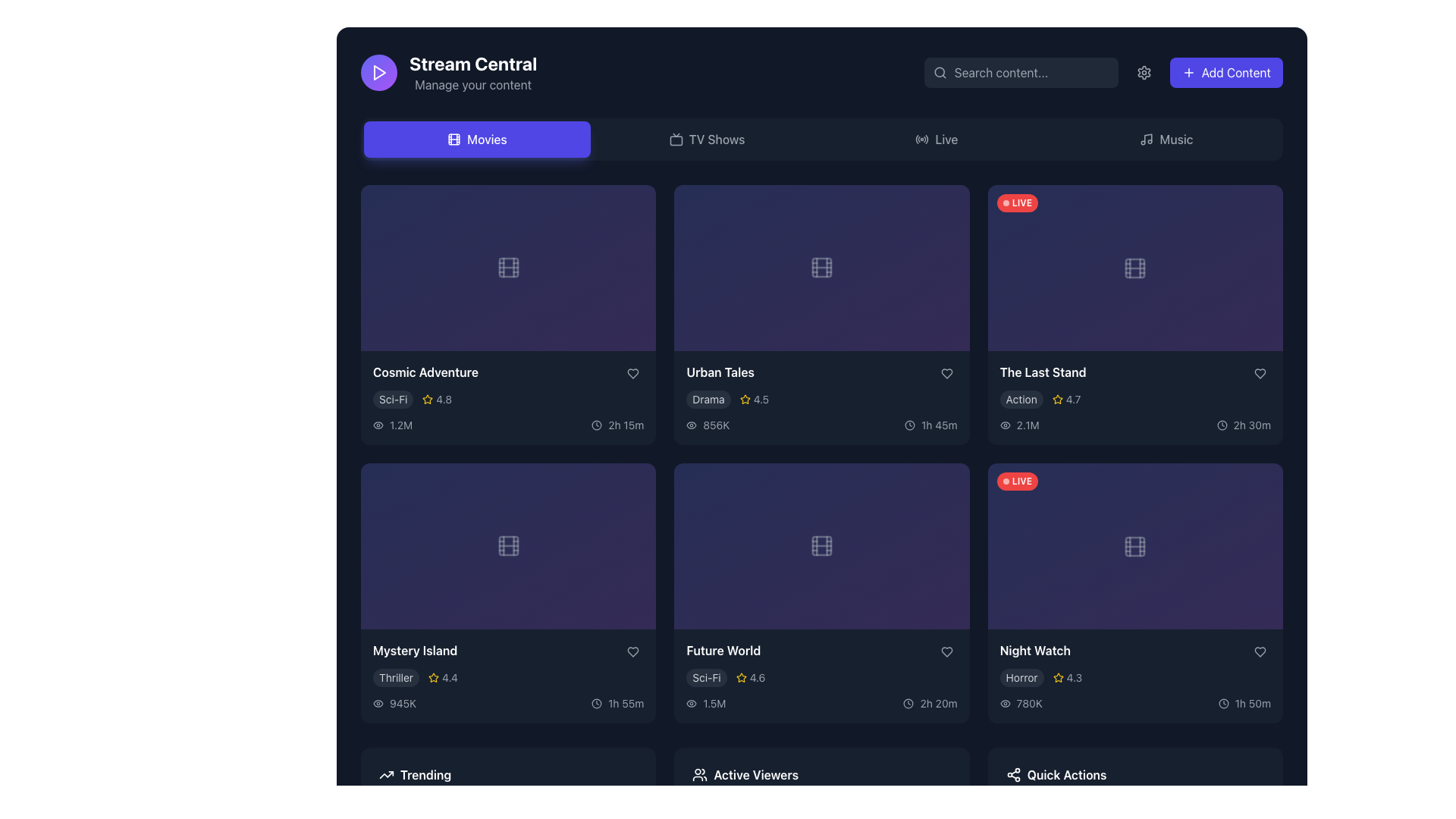 The width and height of the screenshot is (1456, 819). What do you see at coordinates (946, 374) in the screenshot?
I see `the heart-shaped 'like' icon button located in the bottom-right area of the 'Urban Tales' card` at bounding box center [946, 374].